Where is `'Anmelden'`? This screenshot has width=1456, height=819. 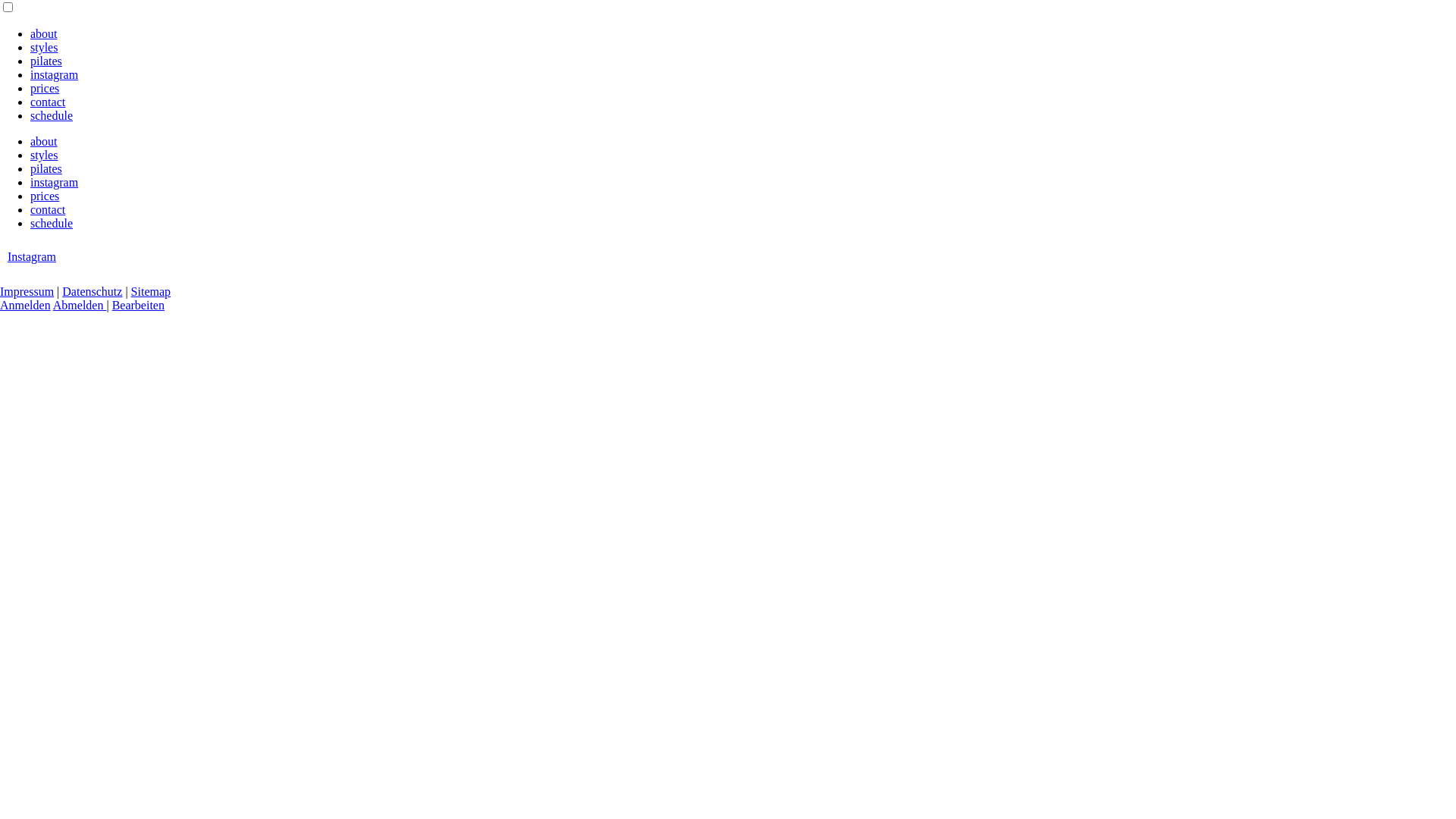
'Anmelden' is located at coordinates (25, 305).